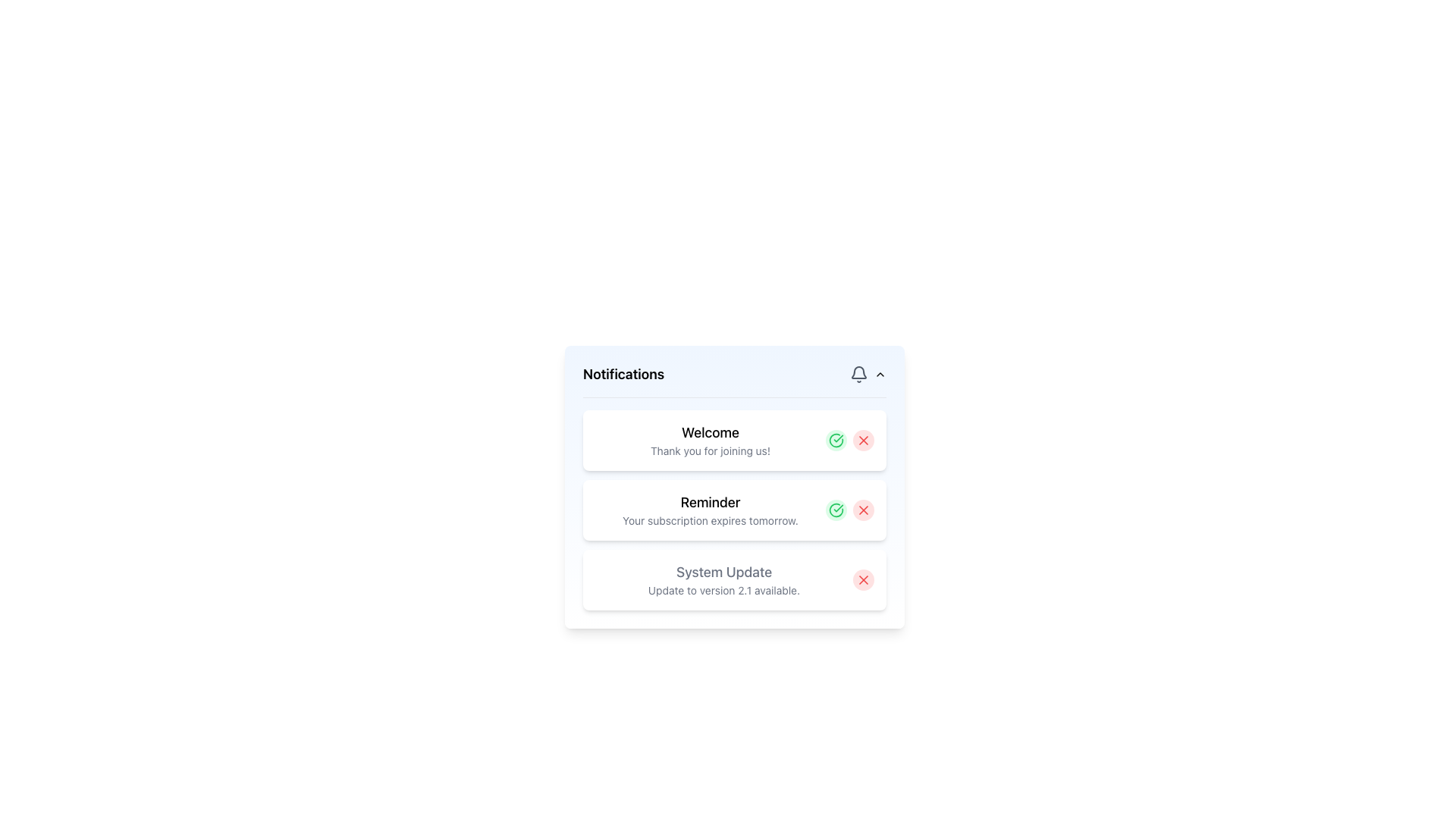 The image size is (1456, 819). Describe the element at coordinates (863, 510) in the screenshot. I see `the 'X' dismiss icon located on the right-hand side of the 'Reminder' notification` at that location.